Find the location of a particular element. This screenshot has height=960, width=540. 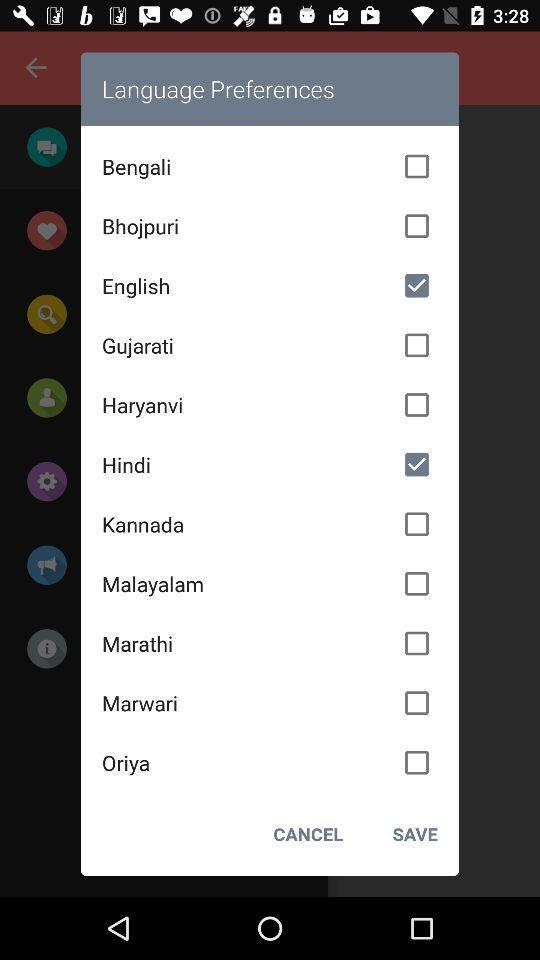

the haryanvi is located at coordinates (270, 404).